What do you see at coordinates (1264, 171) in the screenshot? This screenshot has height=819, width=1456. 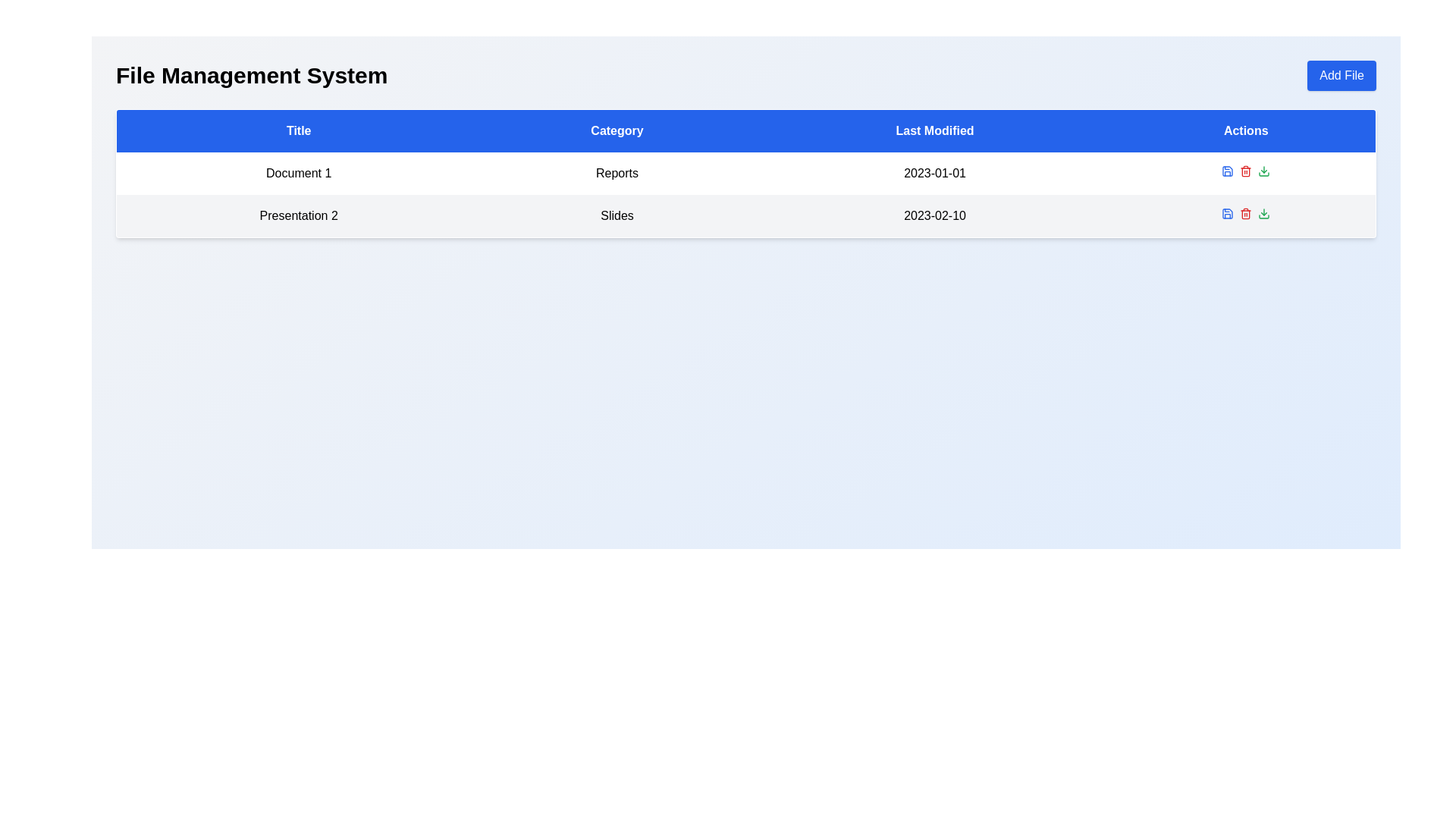 I see `the green downwards-pointing arrow icon in the 'Actions' column of the second row to download the associated file` at bounding box center [1264, 171].